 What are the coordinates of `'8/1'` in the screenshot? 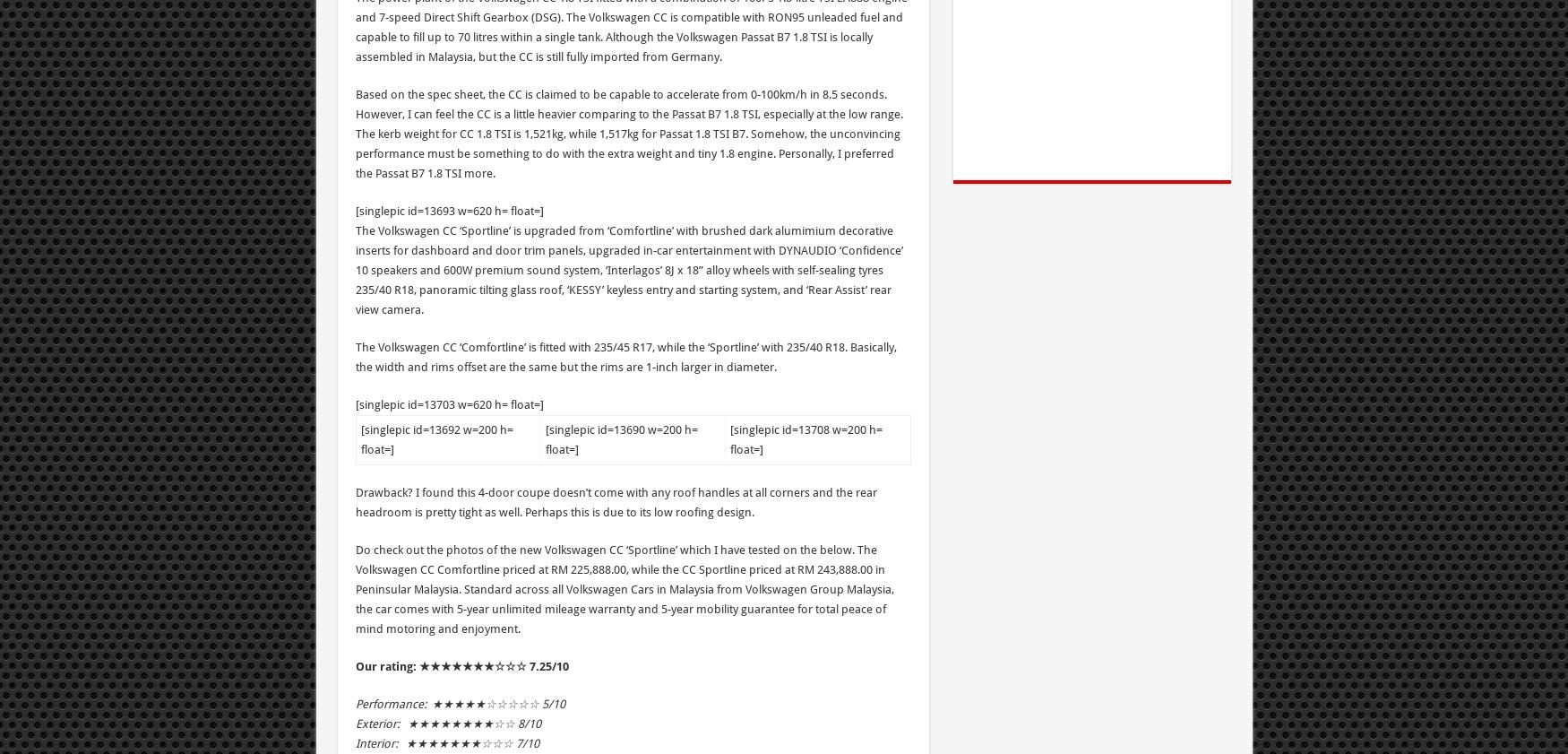 It's located at (525, 723).